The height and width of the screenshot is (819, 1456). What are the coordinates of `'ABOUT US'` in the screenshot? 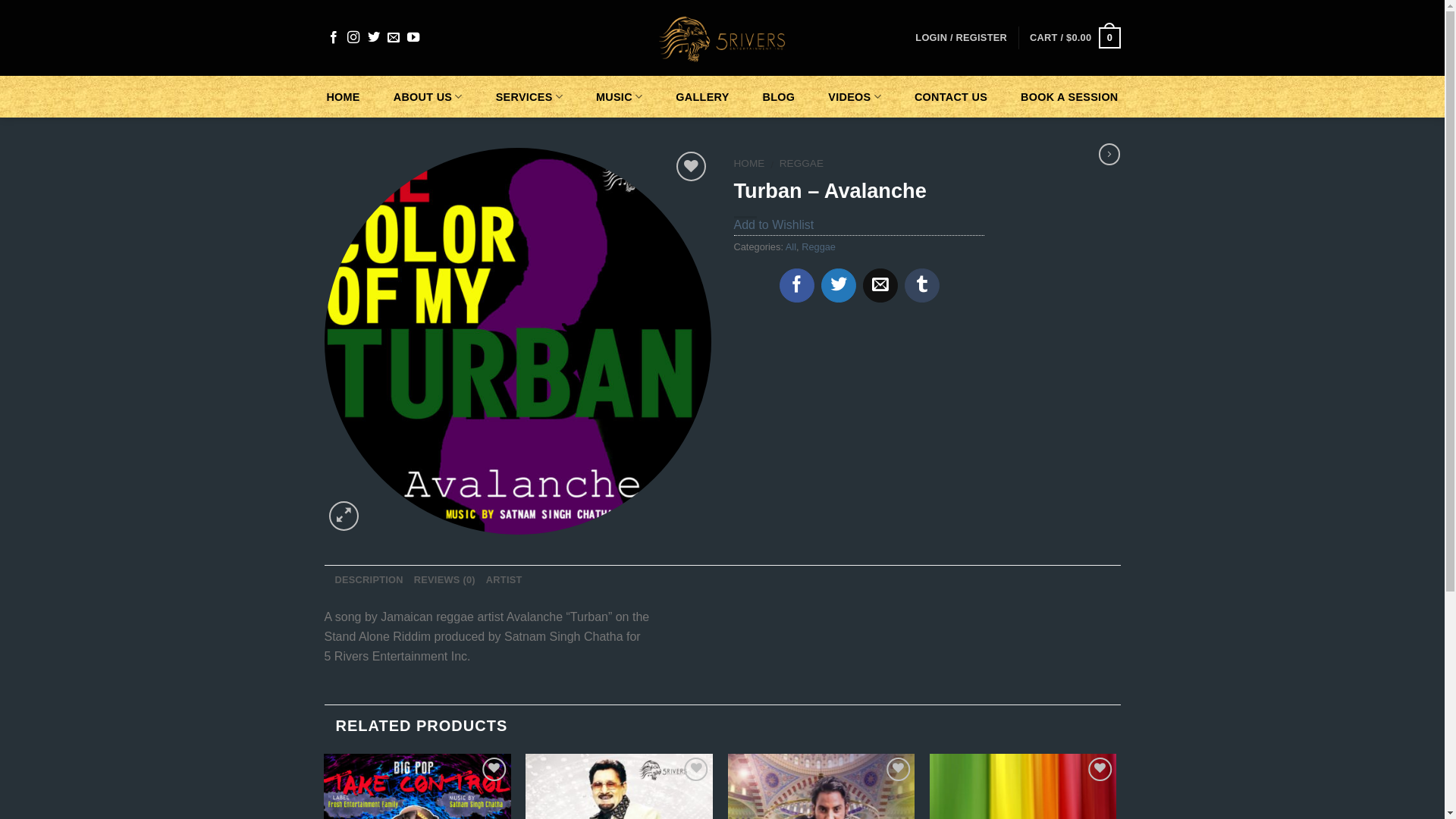 It's located at (427, 96).